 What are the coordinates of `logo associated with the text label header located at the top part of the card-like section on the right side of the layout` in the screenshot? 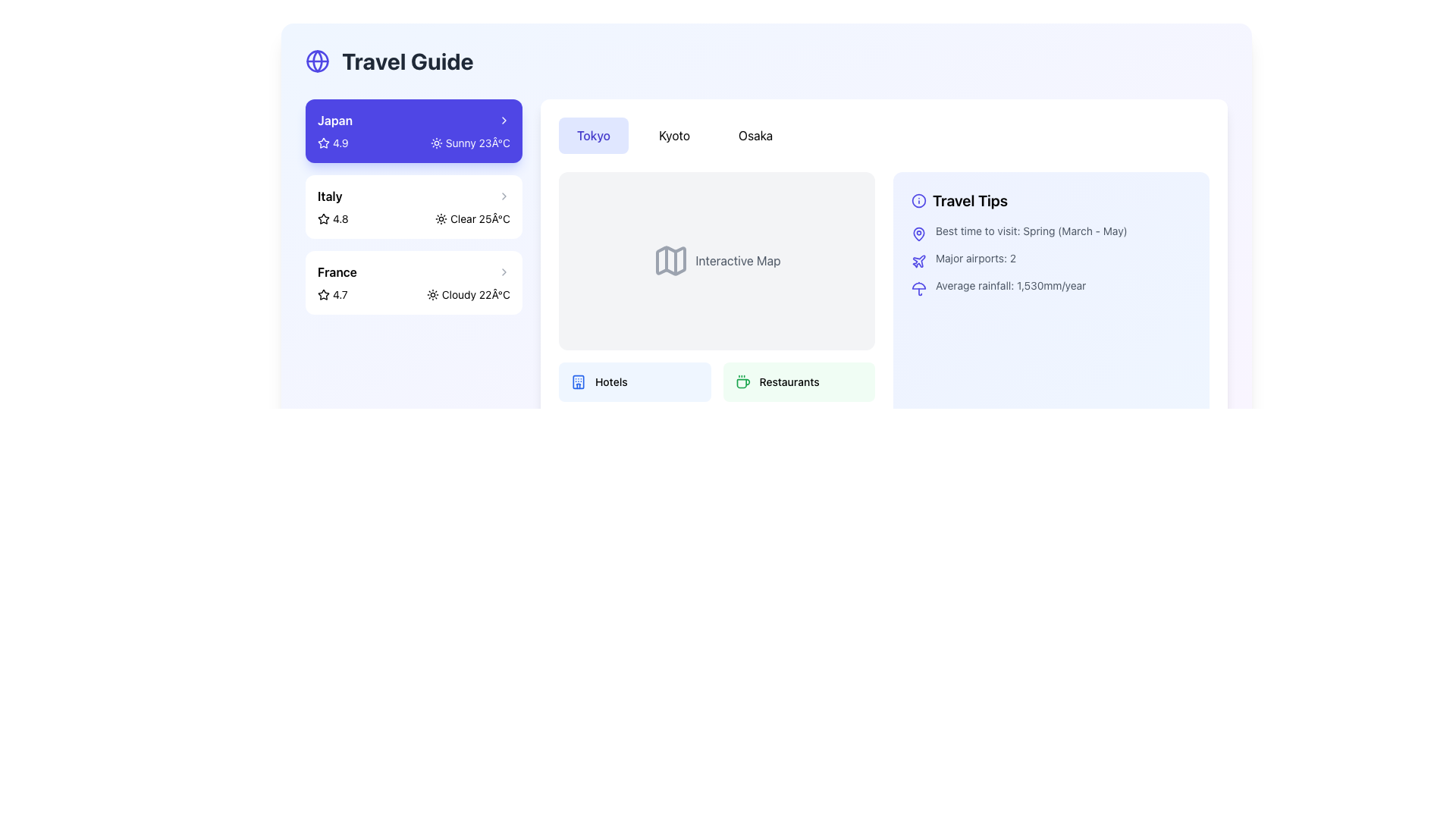 It's located at (1050, 200).